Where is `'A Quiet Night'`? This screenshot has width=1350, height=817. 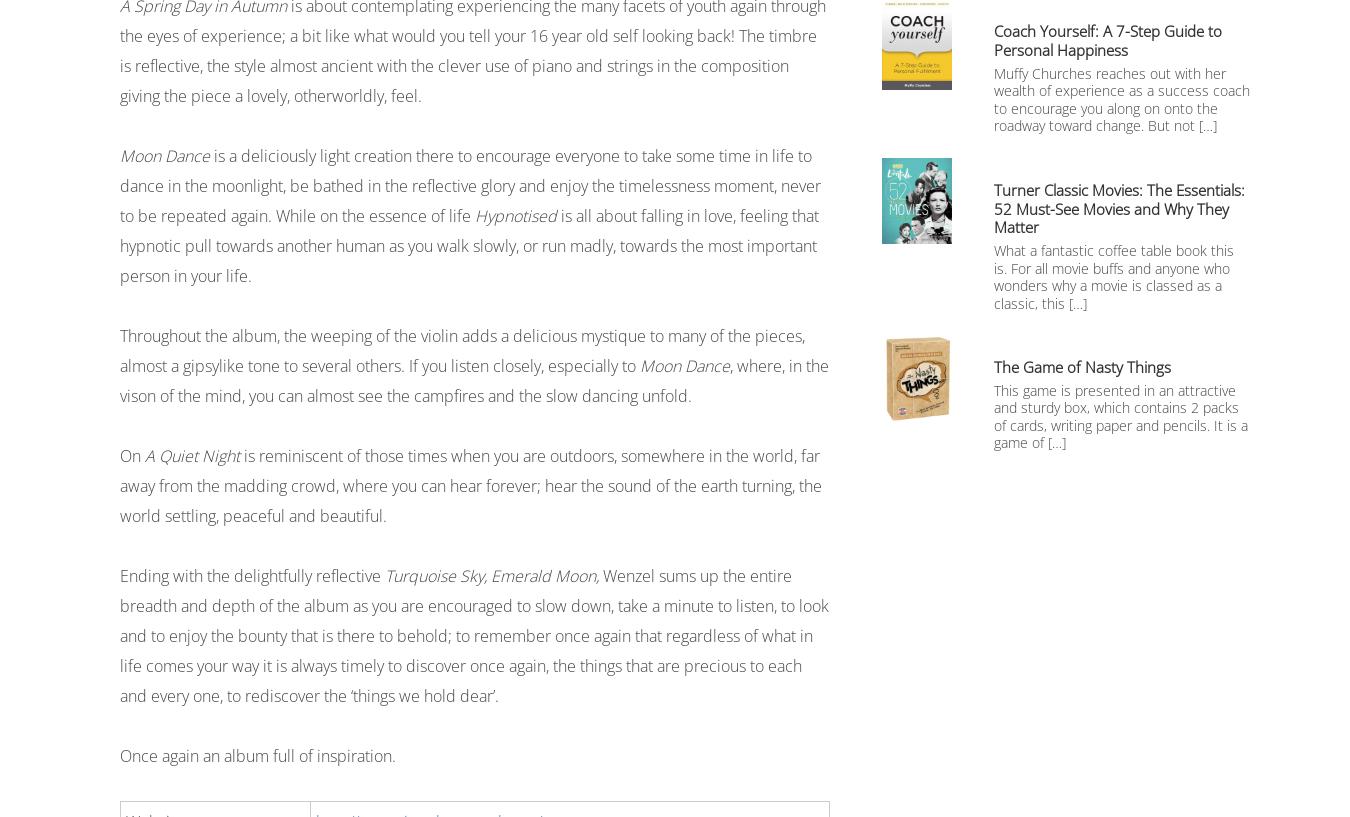 'A Quiet Night' is located at coordinates (144, 455).